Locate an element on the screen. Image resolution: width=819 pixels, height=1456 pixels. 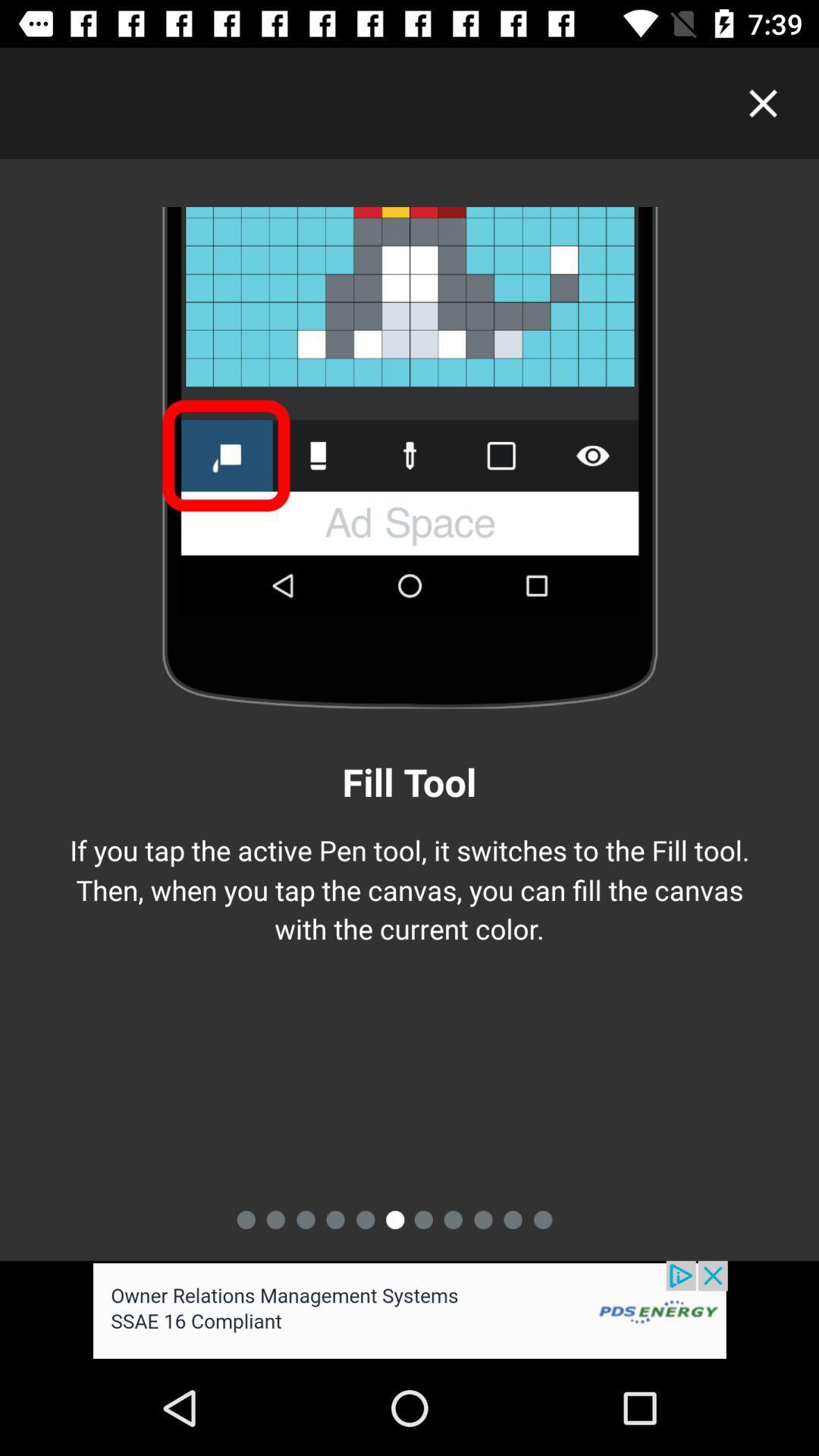
link in advertisement is located at coordinates (409, 1310).